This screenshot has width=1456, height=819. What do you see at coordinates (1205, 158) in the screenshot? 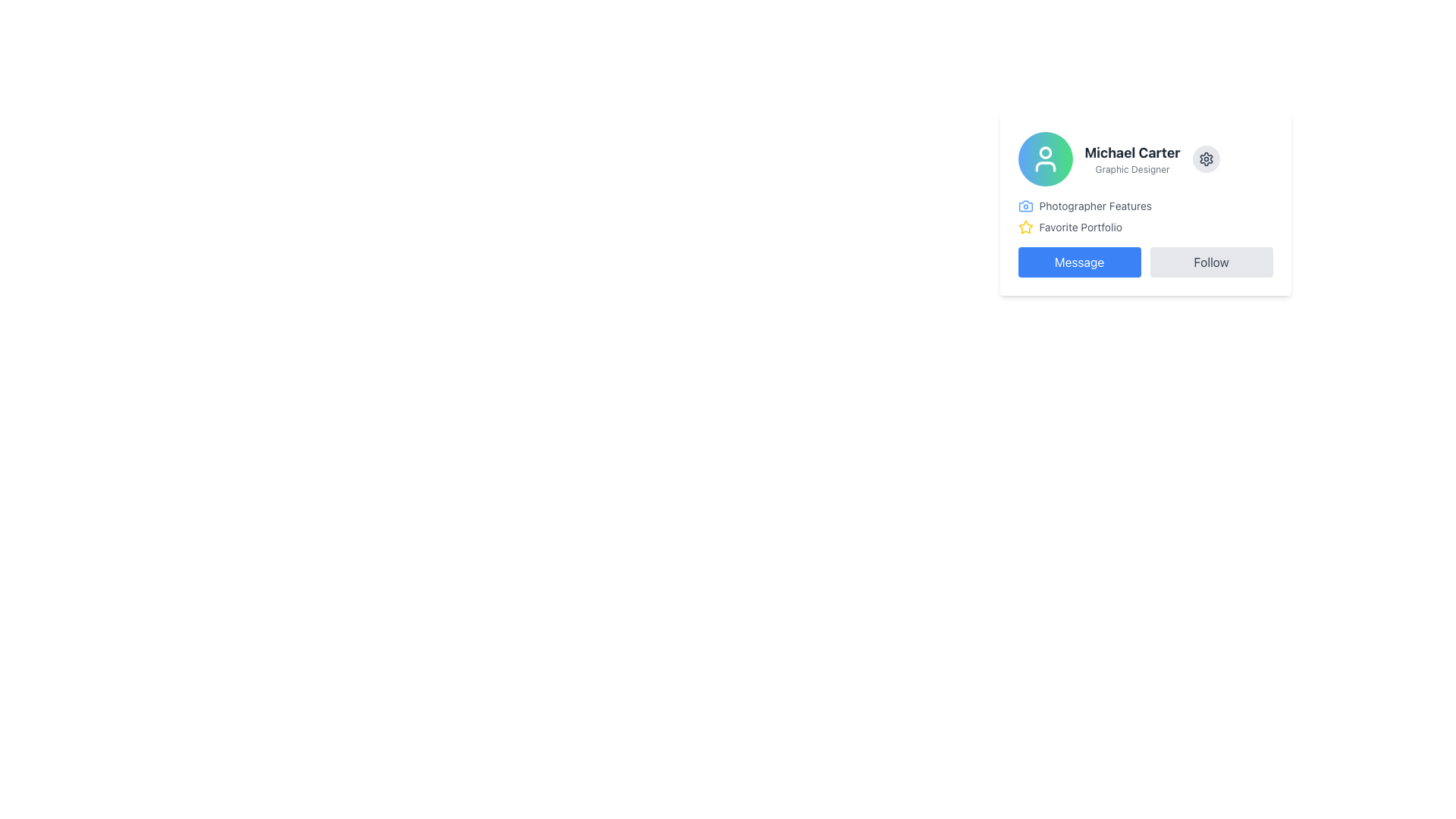
I see `the circular button with a light gray background and gear icon located to the right of the 'Michael Carter' title in the profile card` at bounding box center [1205, 158].